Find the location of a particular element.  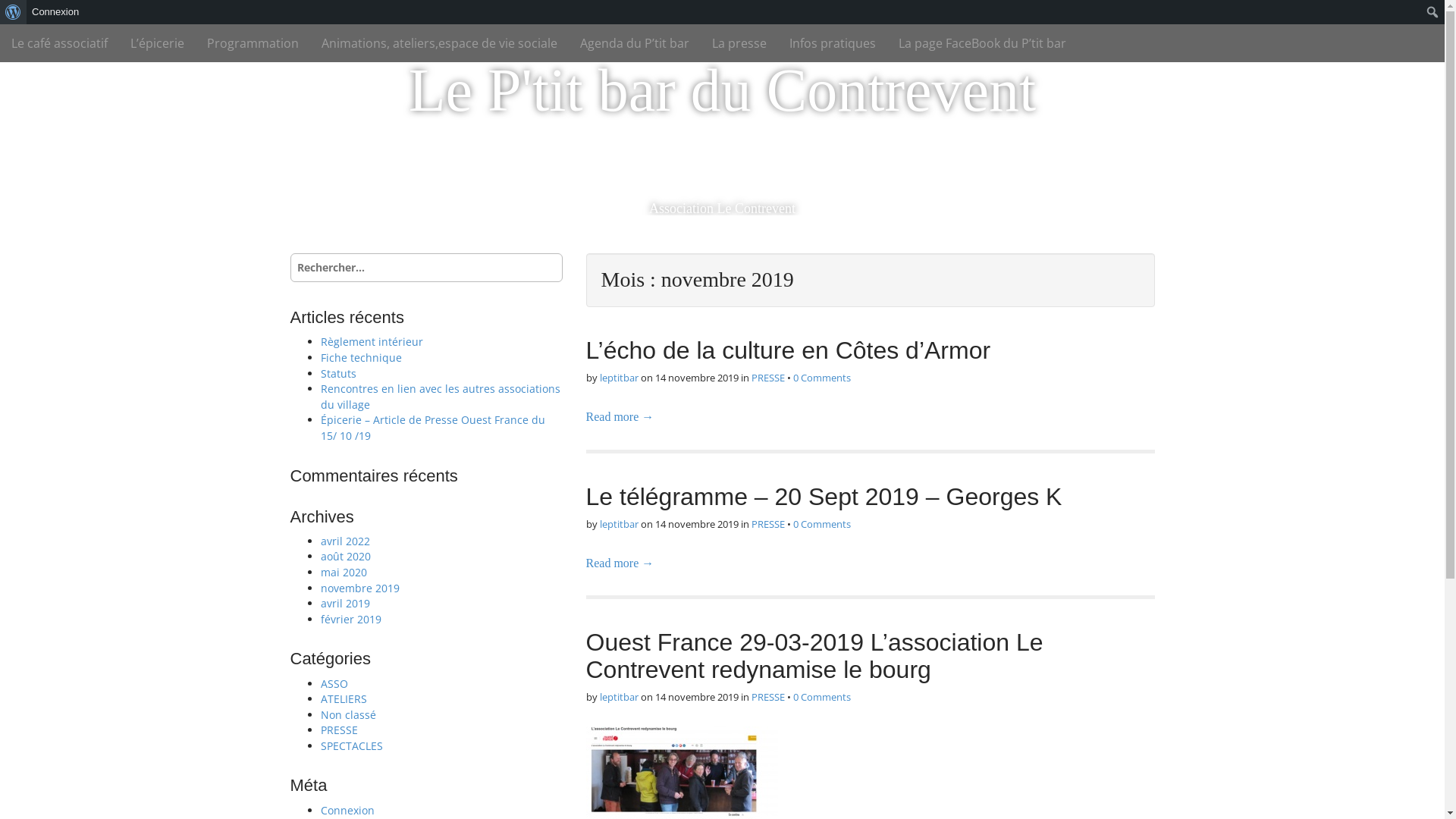

'Infos pratiques' is located at coordinates (832, 42).